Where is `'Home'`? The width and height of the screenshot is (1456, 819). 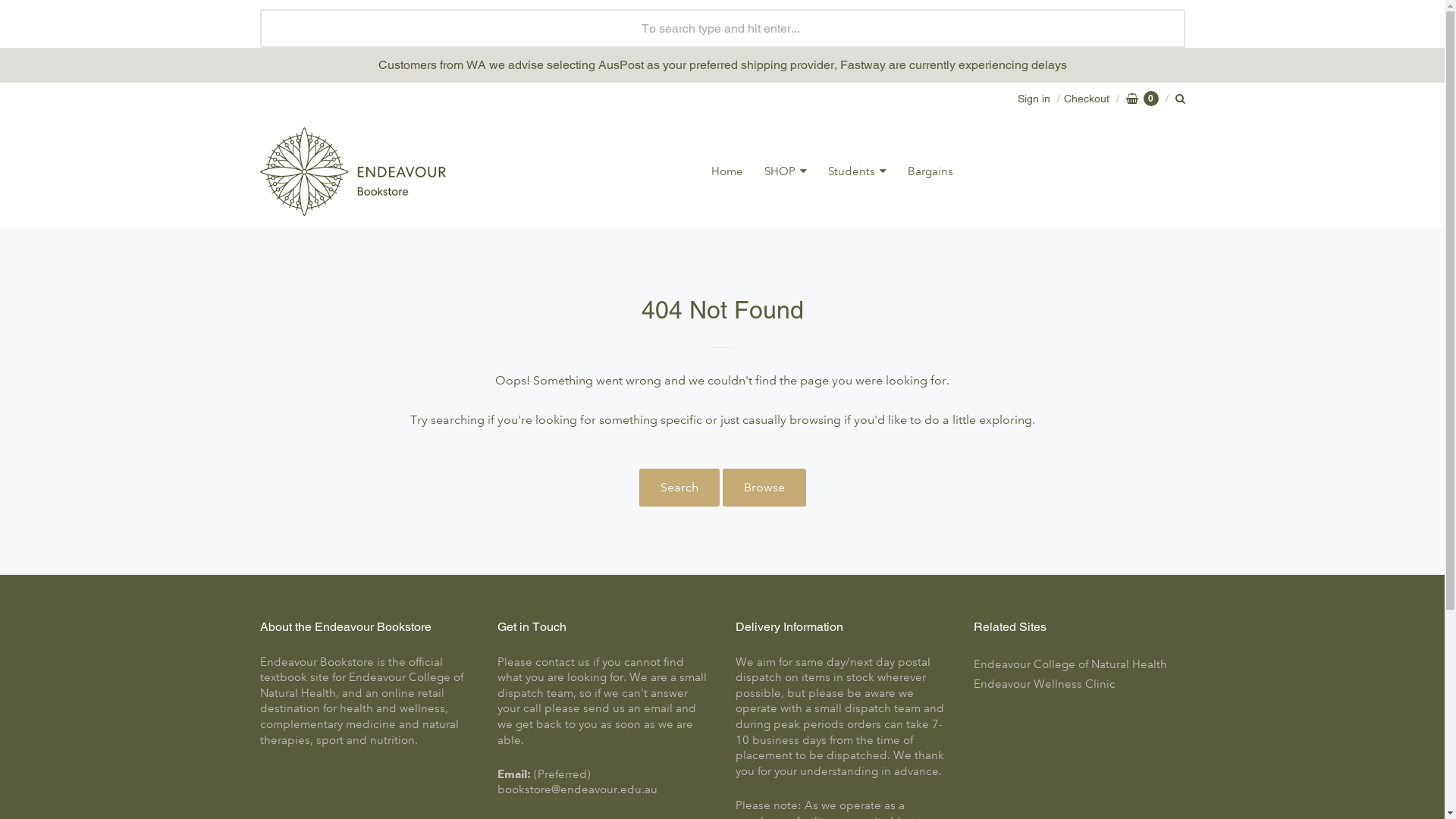 'Home' is located at coordinates (726, 171).